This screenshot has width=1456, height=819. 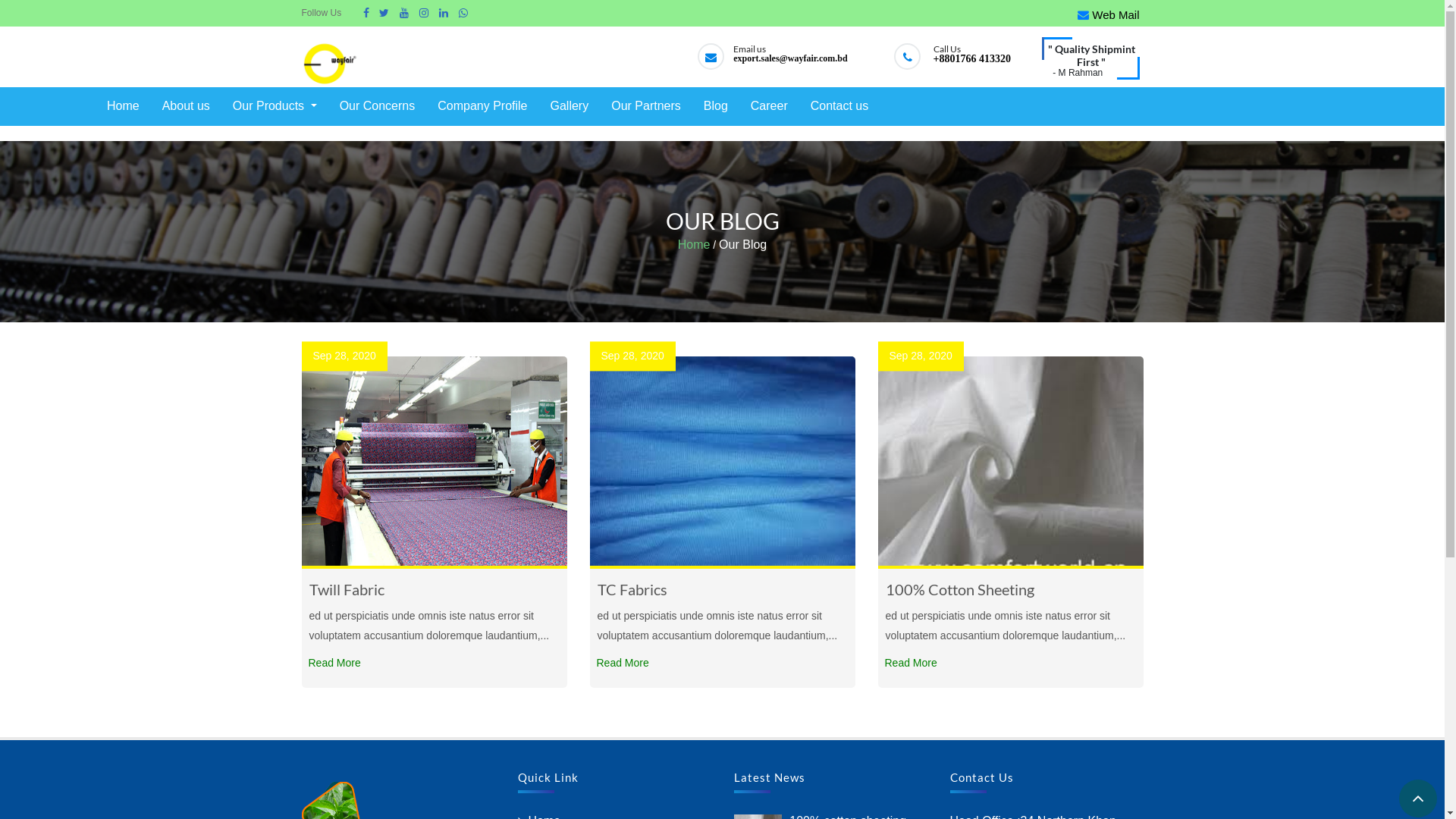 What do you see at coordinates (334, 662) in the screenshot?
I see `'Read More'` at bounding box center [334, 662].